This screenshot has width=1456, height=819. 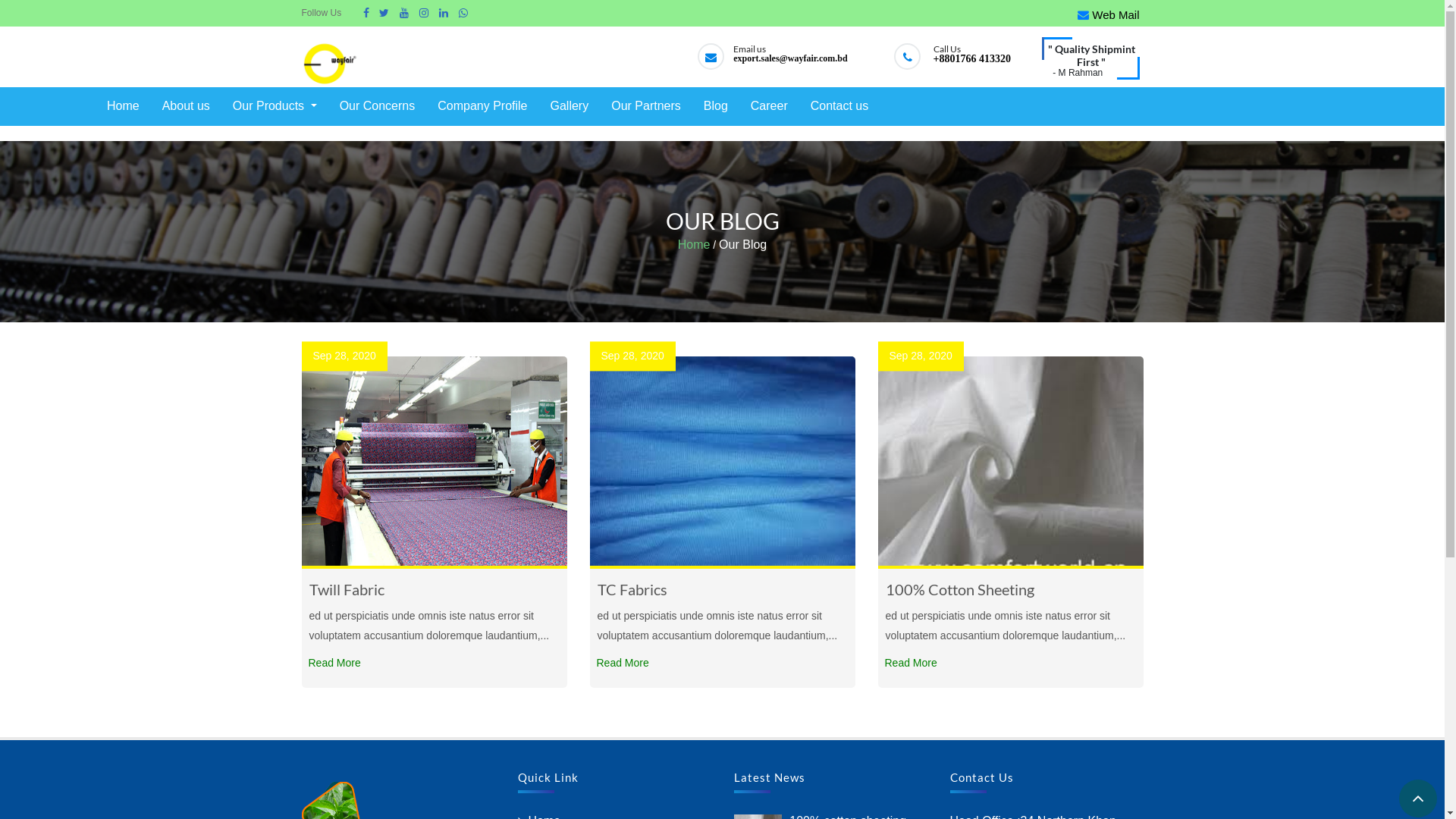 What do you see at coordinates (334, 662) in the screenshot?
I see `'Read More'` at bounding box center [334, 662].